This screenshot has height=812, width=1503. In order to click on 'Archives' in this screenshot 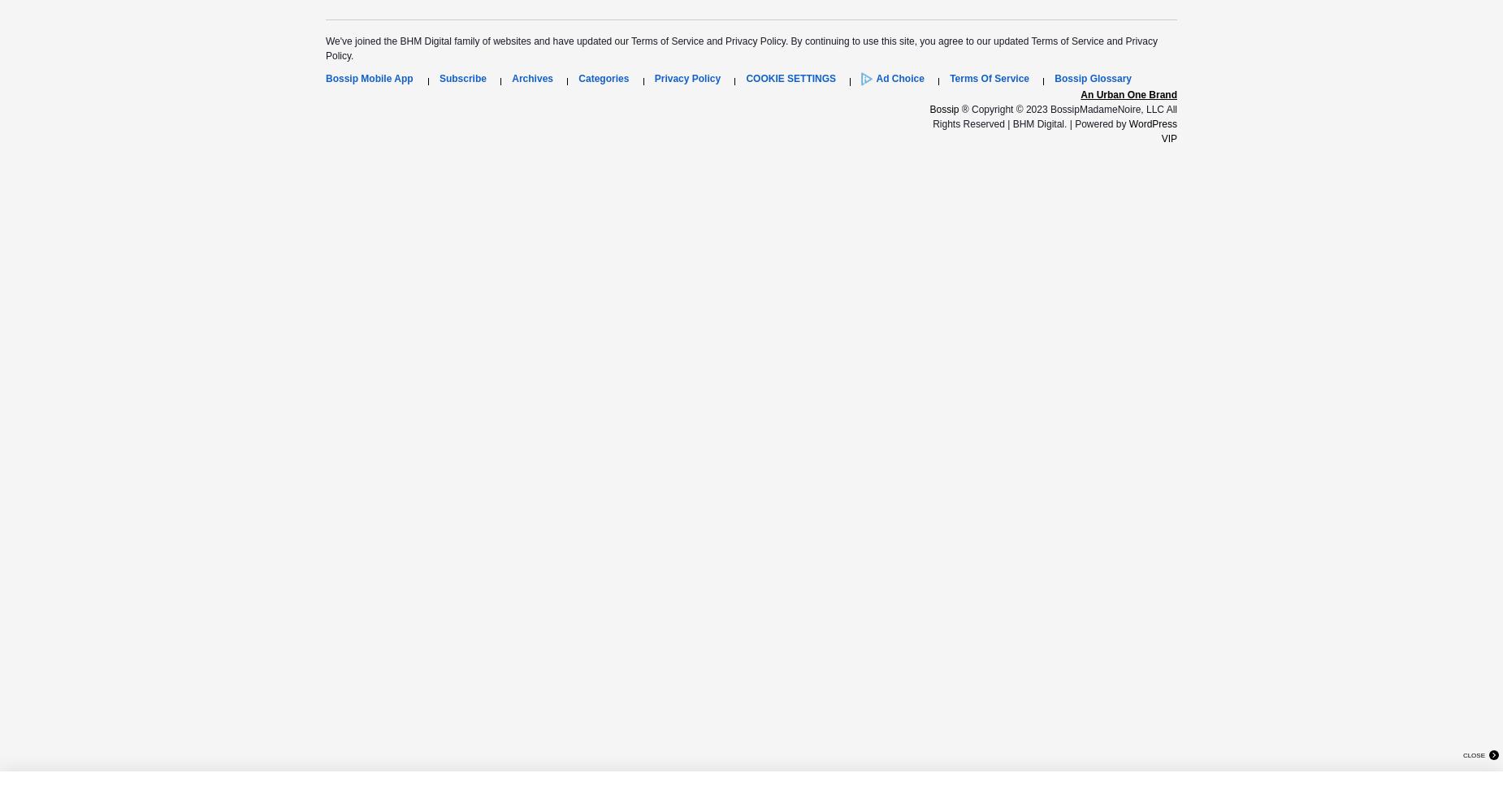, I will do `click(532, 77)`.